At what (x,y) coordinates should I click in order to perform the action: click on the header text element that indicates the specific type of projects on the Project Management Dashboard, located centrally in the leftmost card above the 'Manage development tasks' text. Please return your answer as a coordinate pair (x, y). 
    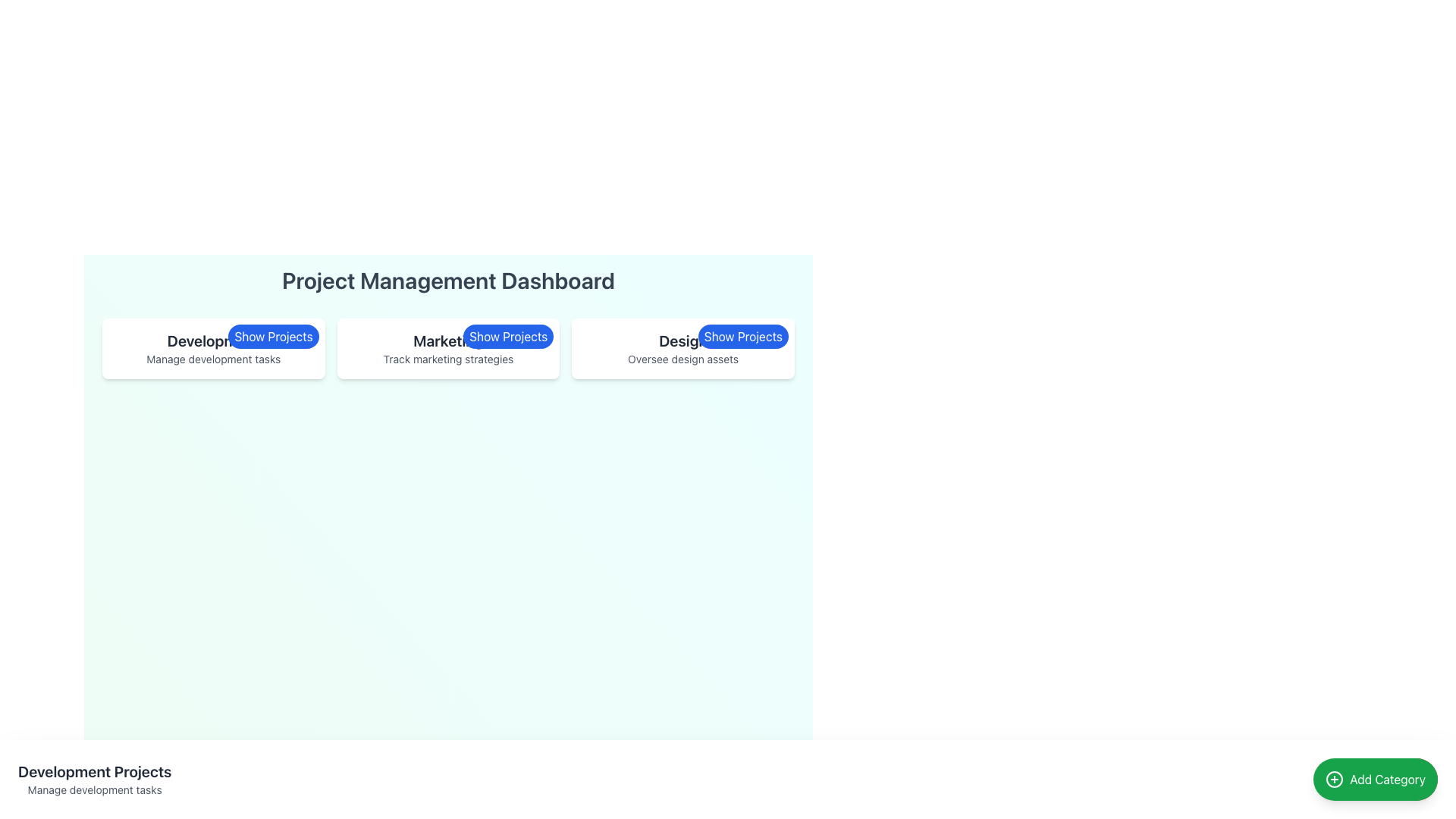
    Looking at the image, I should click on (94, 772).